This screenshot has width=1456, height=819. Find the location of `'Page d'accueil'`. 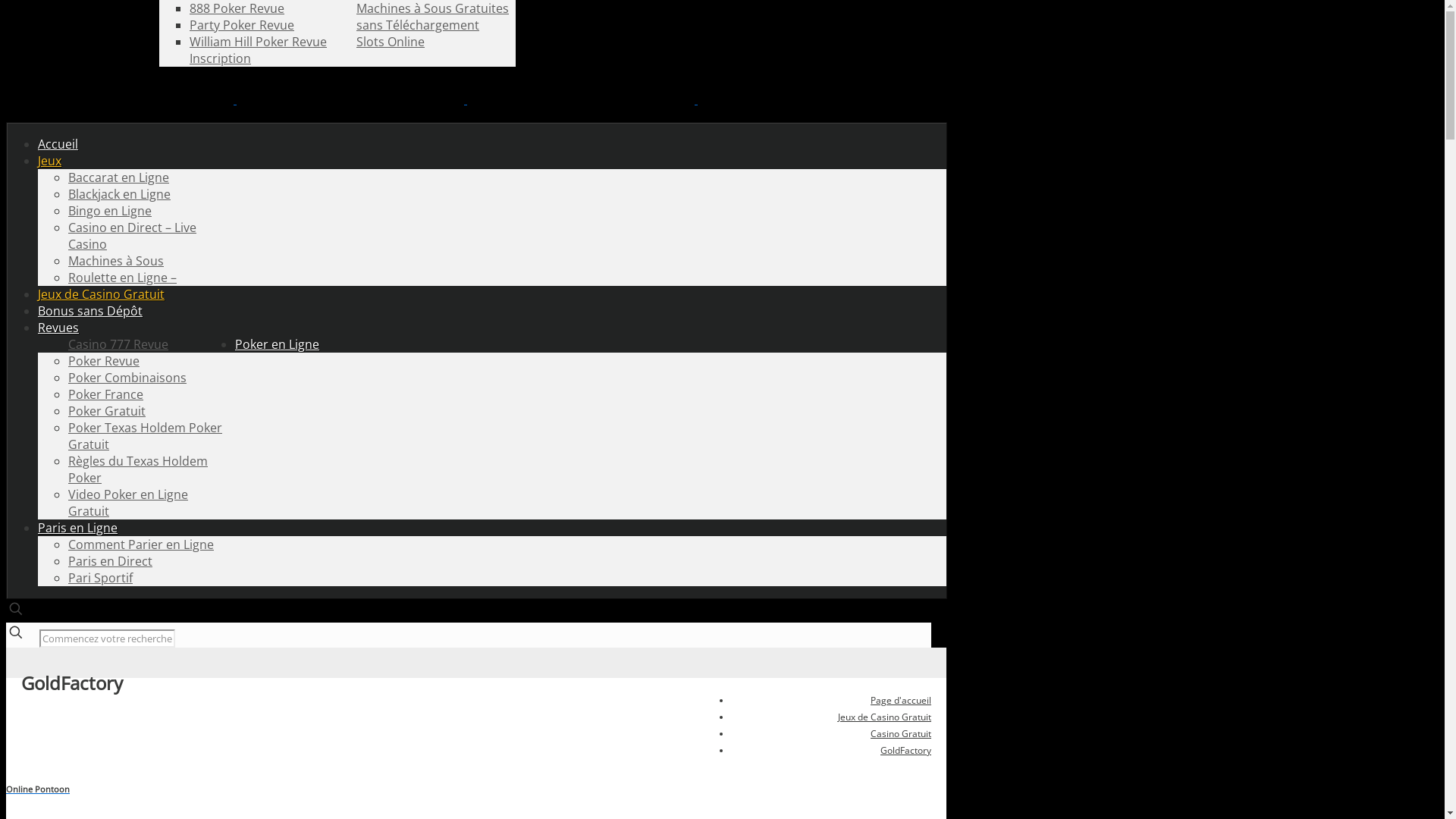

'Page d'accueil' is located at coordinates (900, 700).